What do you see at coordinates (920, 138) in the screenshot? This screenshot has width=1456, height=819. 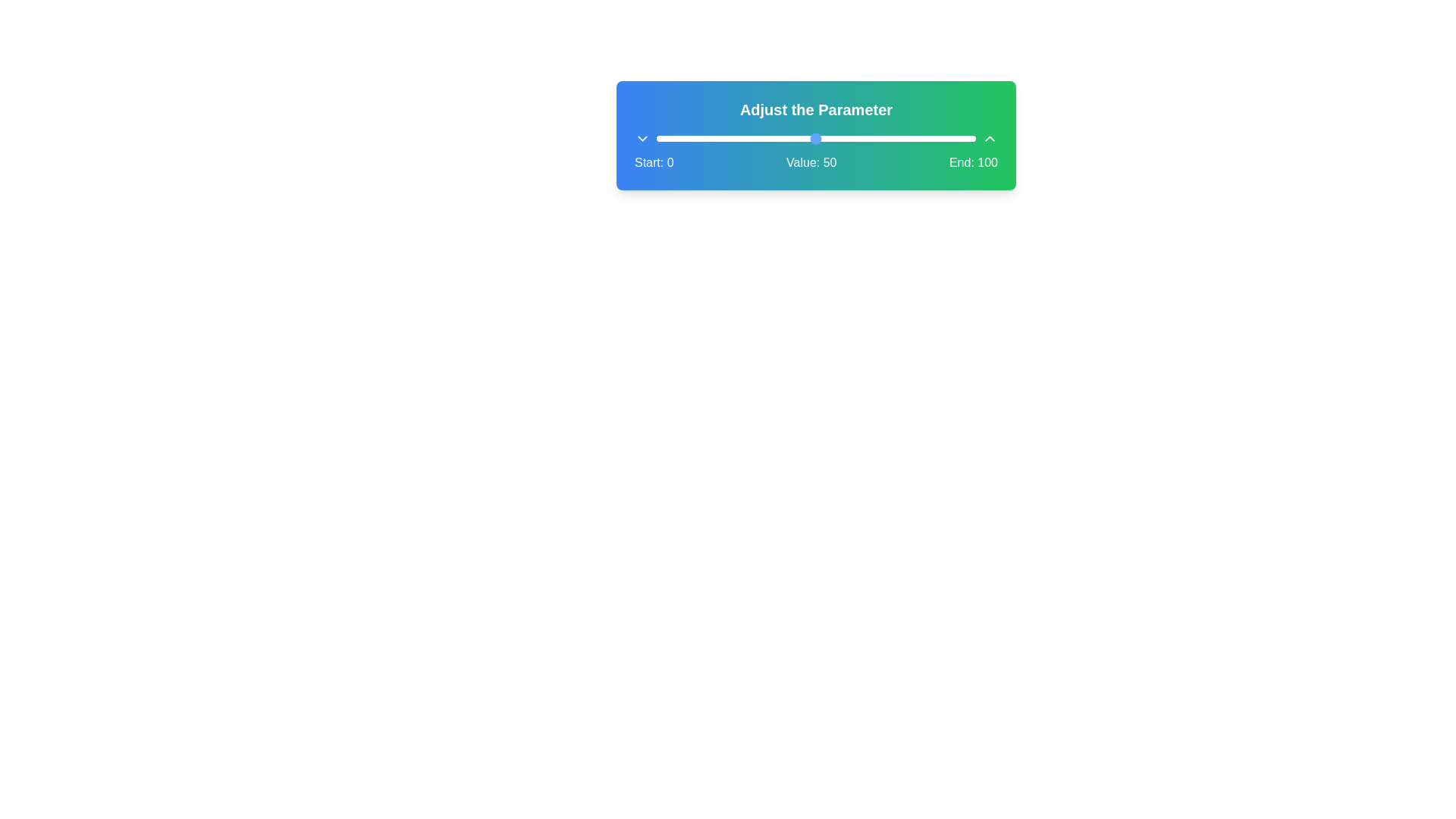 I see `the slider value` at bounding box center [920, 138].